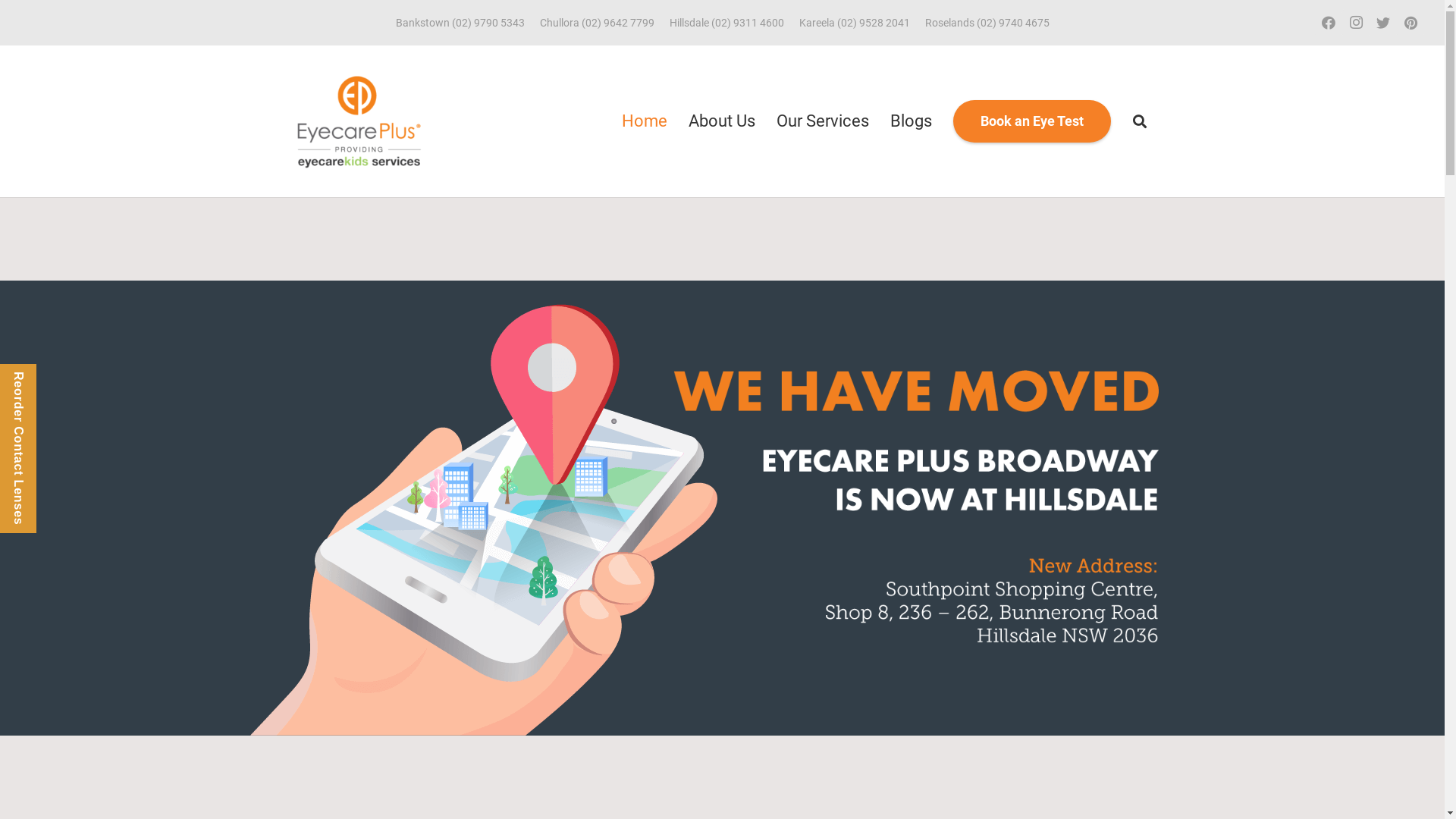 This screenshot has width=1456, height=819. I want to click on 'Home', so click(611, 120).